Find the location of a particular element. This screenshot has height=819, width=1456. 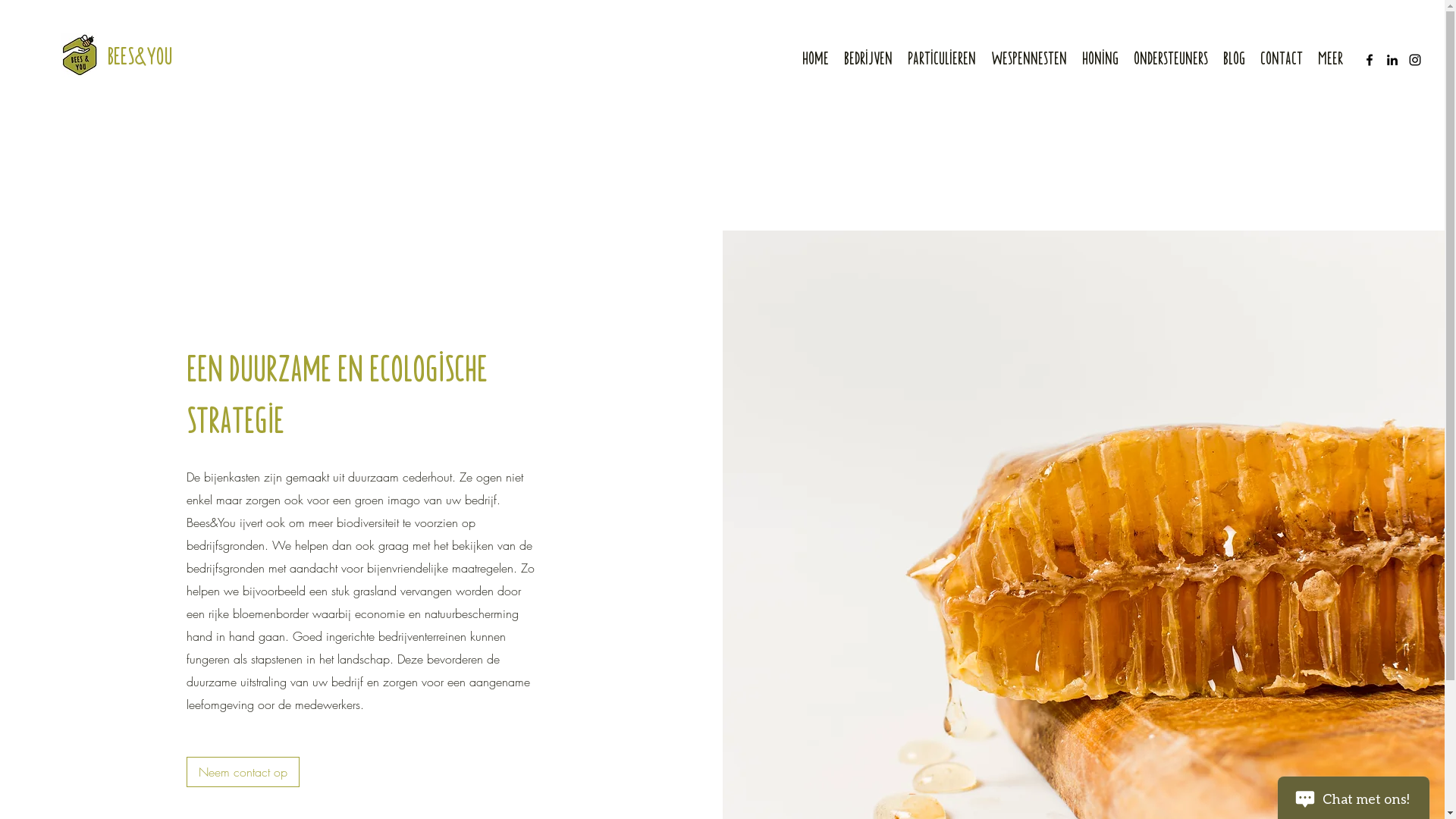

'Home' is located at coordinates (793, 56).